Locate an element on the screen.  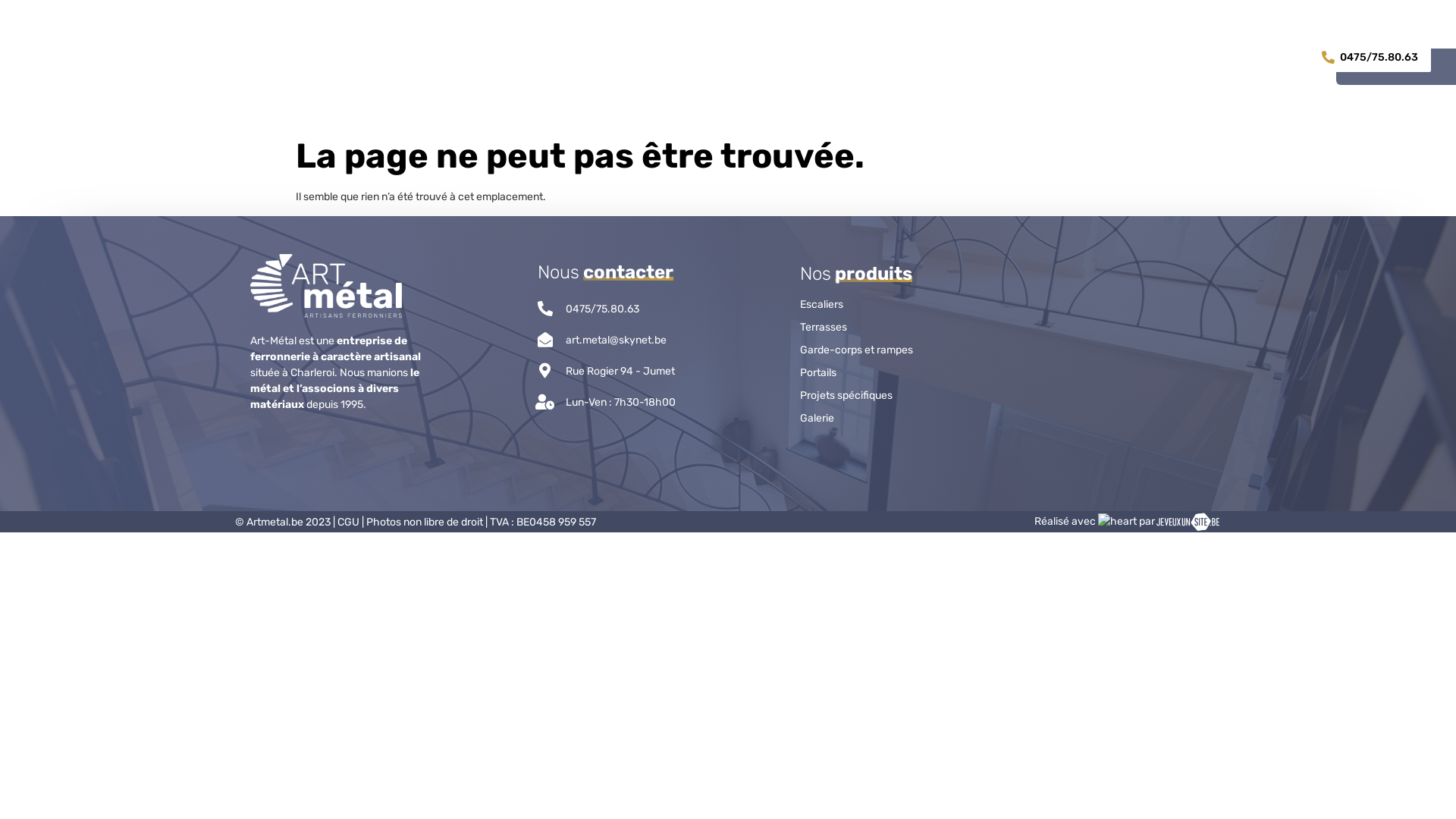
'CGU' is located at coordinates (337, 521).